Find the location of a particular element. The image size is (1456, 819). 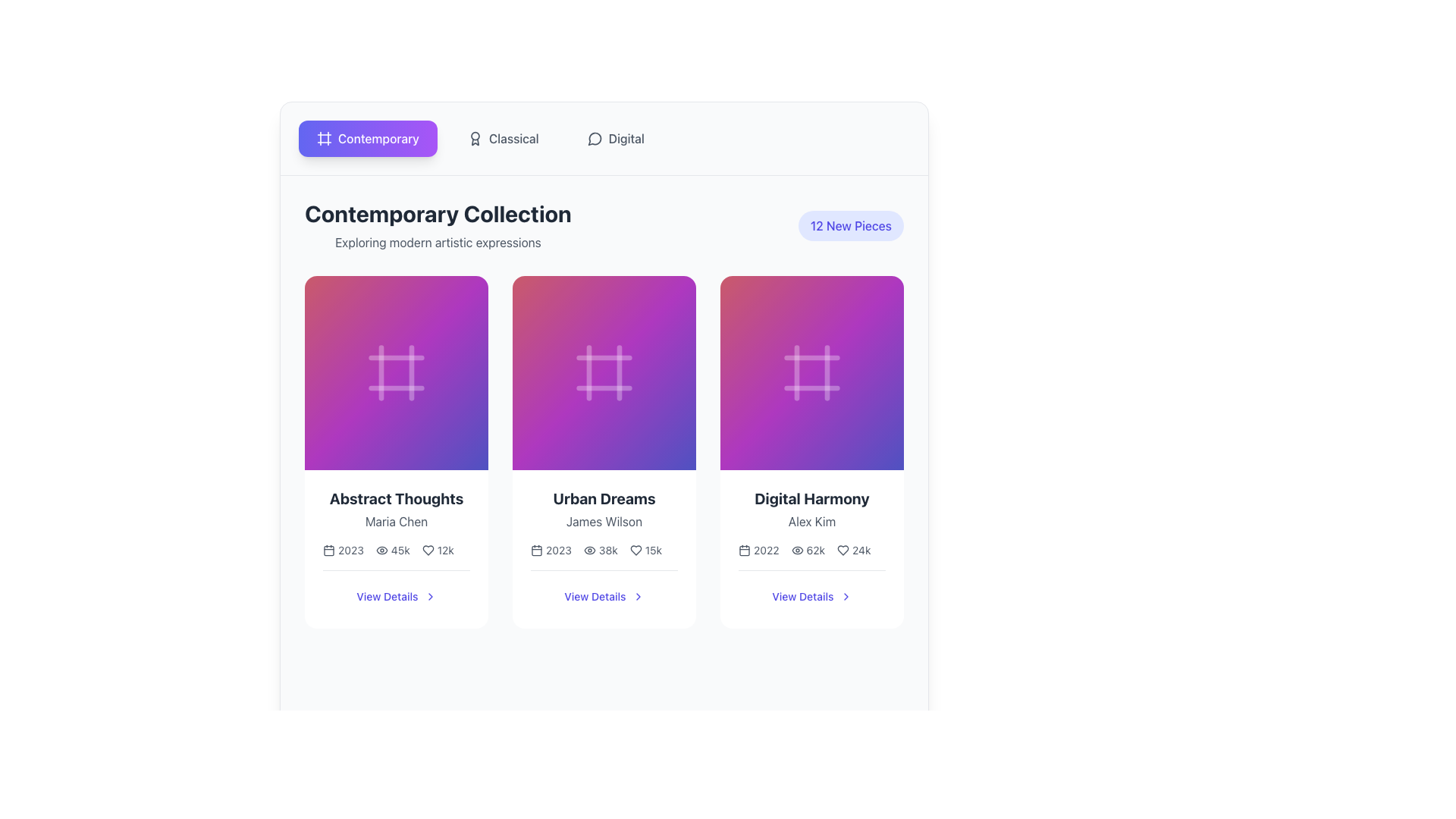

the text block that serves as a title and author description for a specific item in a collection, located within the third box in a row of similar boxes, directly to the right of the box titled 'Urban Dreams' by James Wilson is located at coordinates (811, 509).